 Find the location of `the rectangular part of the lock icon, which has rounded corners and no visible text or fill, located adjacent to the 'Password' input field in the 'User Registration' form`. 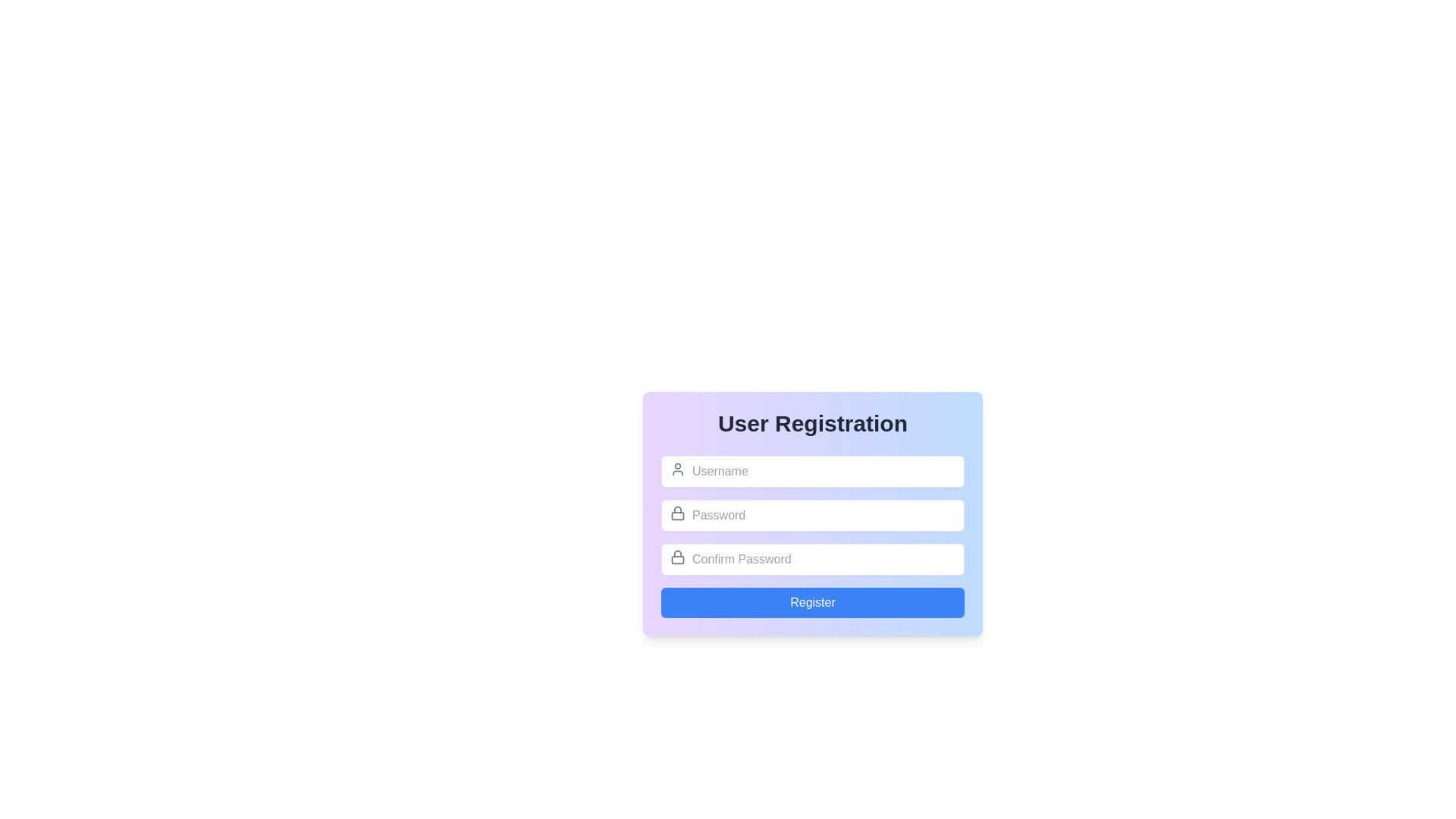

the rectangular part of the lock icon, which has rounded corners and no visible text or fill, located adjacent to the 'Password' input field in the 'User Registration' form is located at coordinates (676, 514).